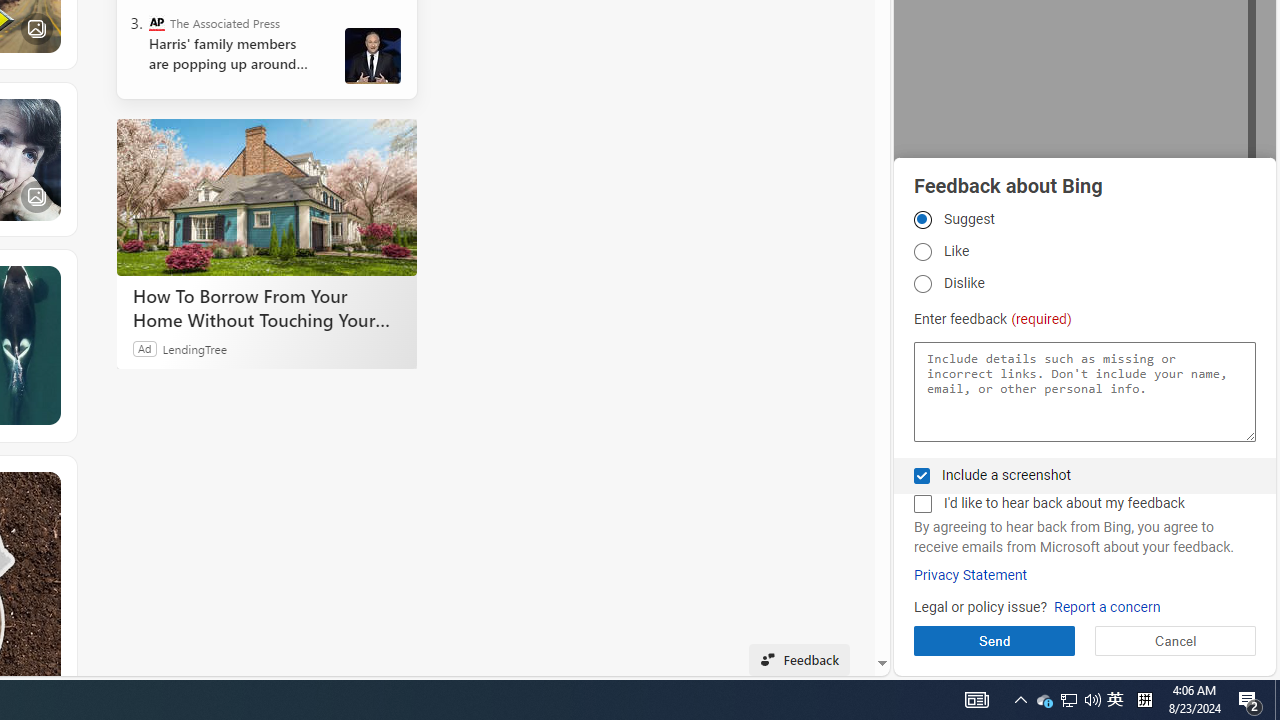 Image resolution: width=1280 pixels, height=720 pixels. Describe the element at coordinates (921, 284) in the screenshot. I see `'Dislike Dislike'` at that location.